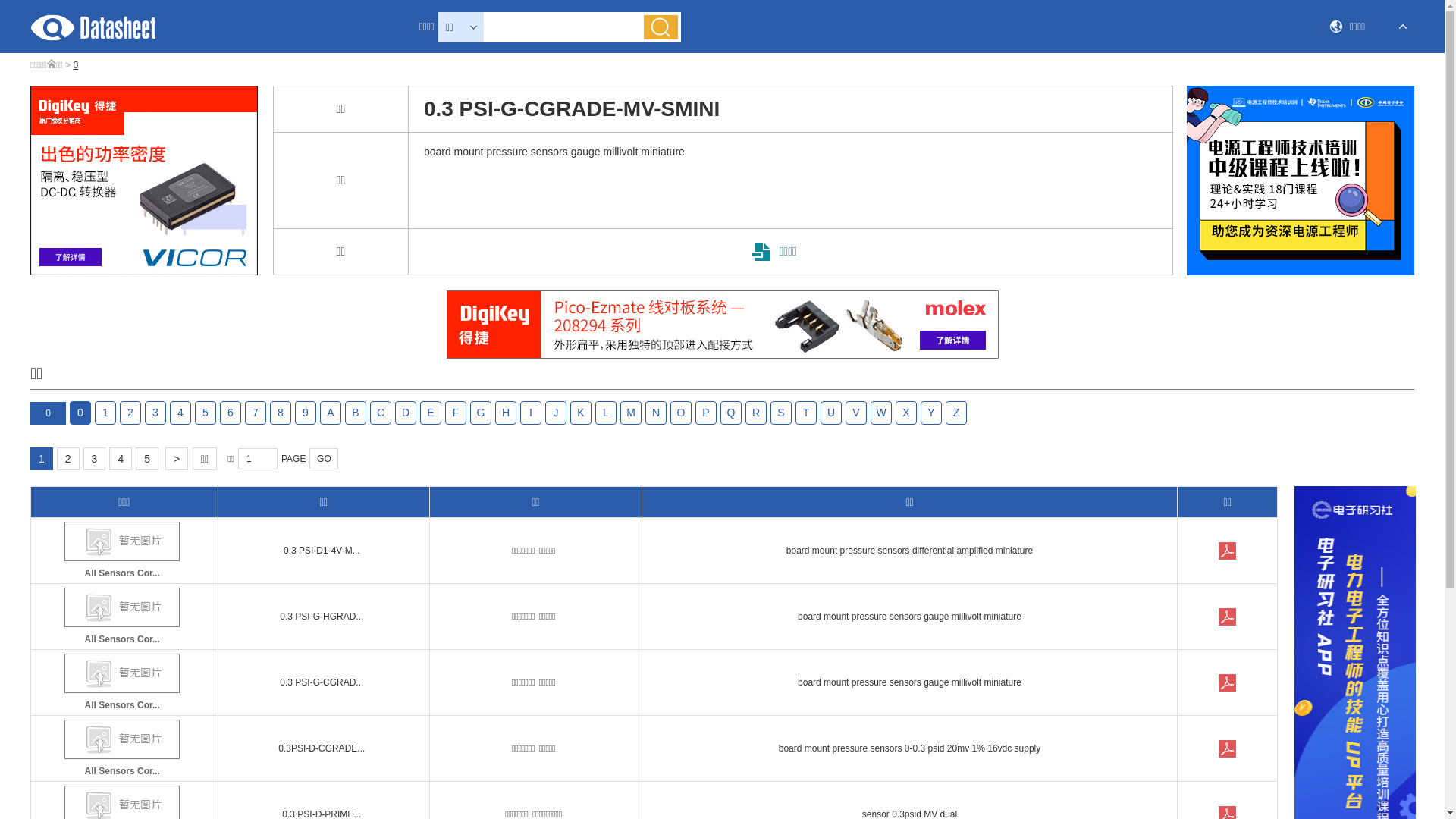 The width and height of the screenshot is (1456, 819). What do you see at coordinates (320, 681) in the screenshot?
I see `'0.3 PSI-G-CGRAD...'` at bounding box center [320, 681].